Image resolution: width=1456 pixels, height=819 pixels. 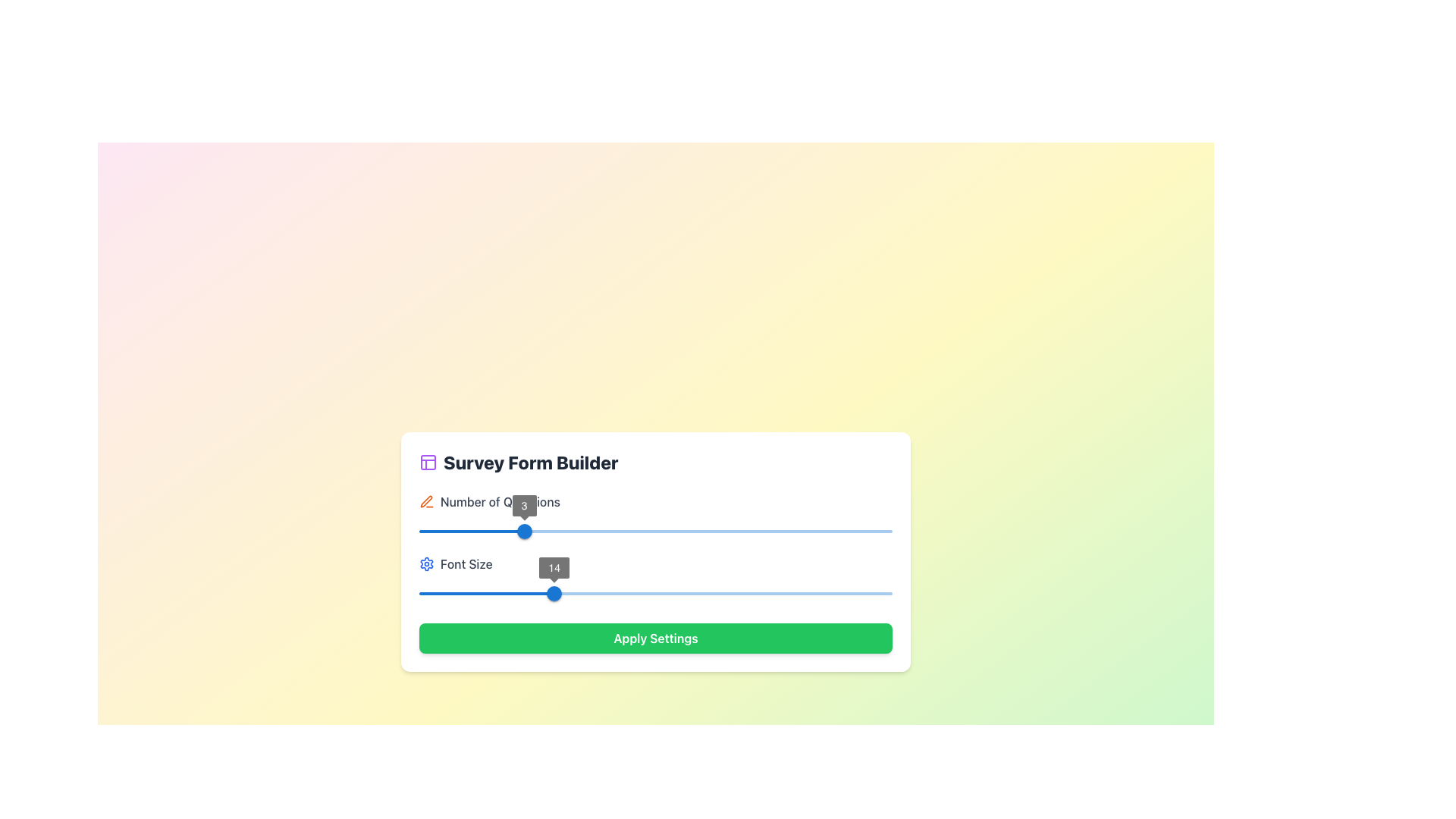 I want to click on the slider control for adjusting the font size, which is located below the 'Number of Questions' section and above the 'Apply Settings' button, so click(x=655, y=579).